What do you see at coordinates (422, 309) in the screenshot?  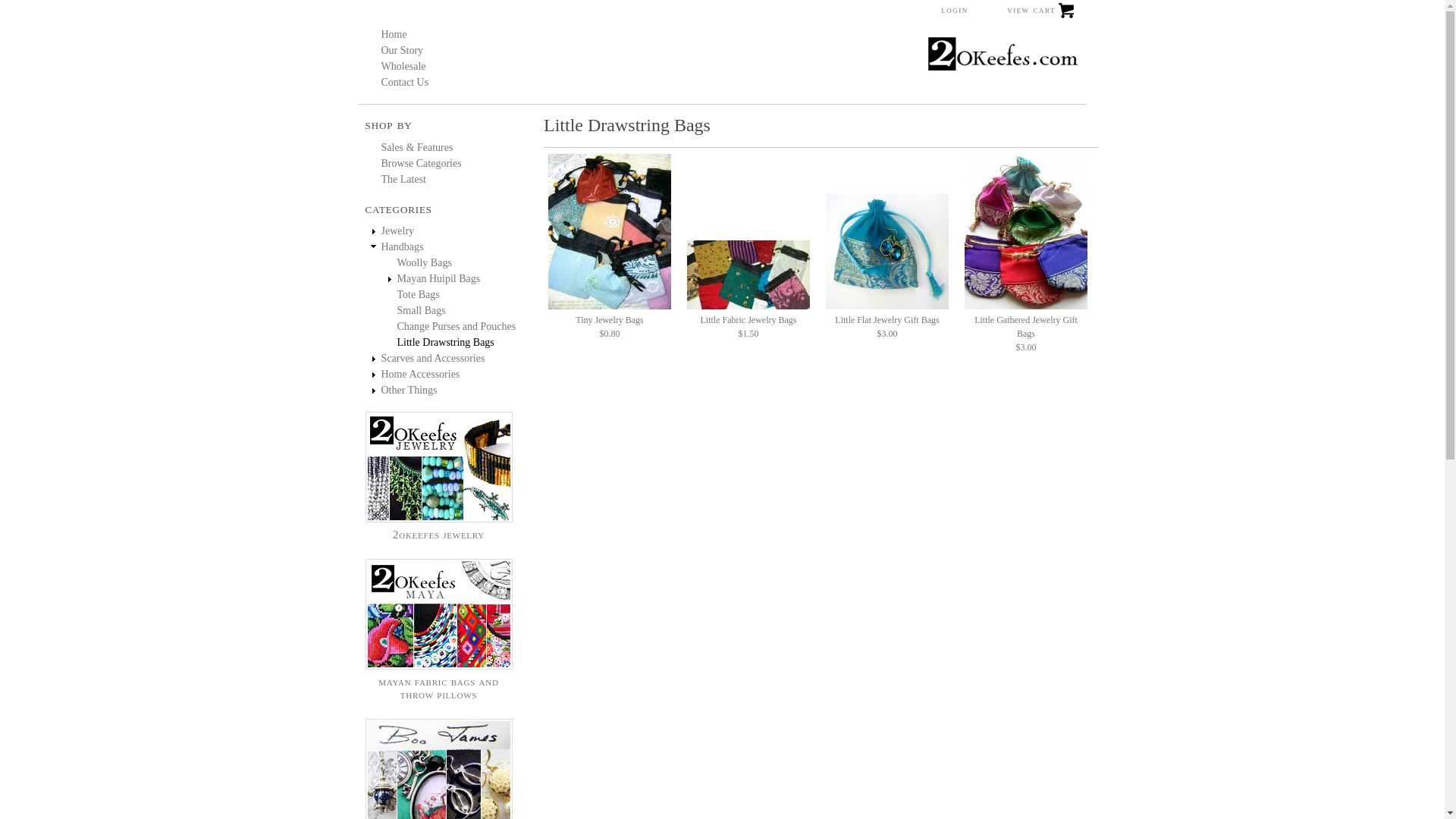 I see `'Small Bags'` at bounding box center [422, 309].